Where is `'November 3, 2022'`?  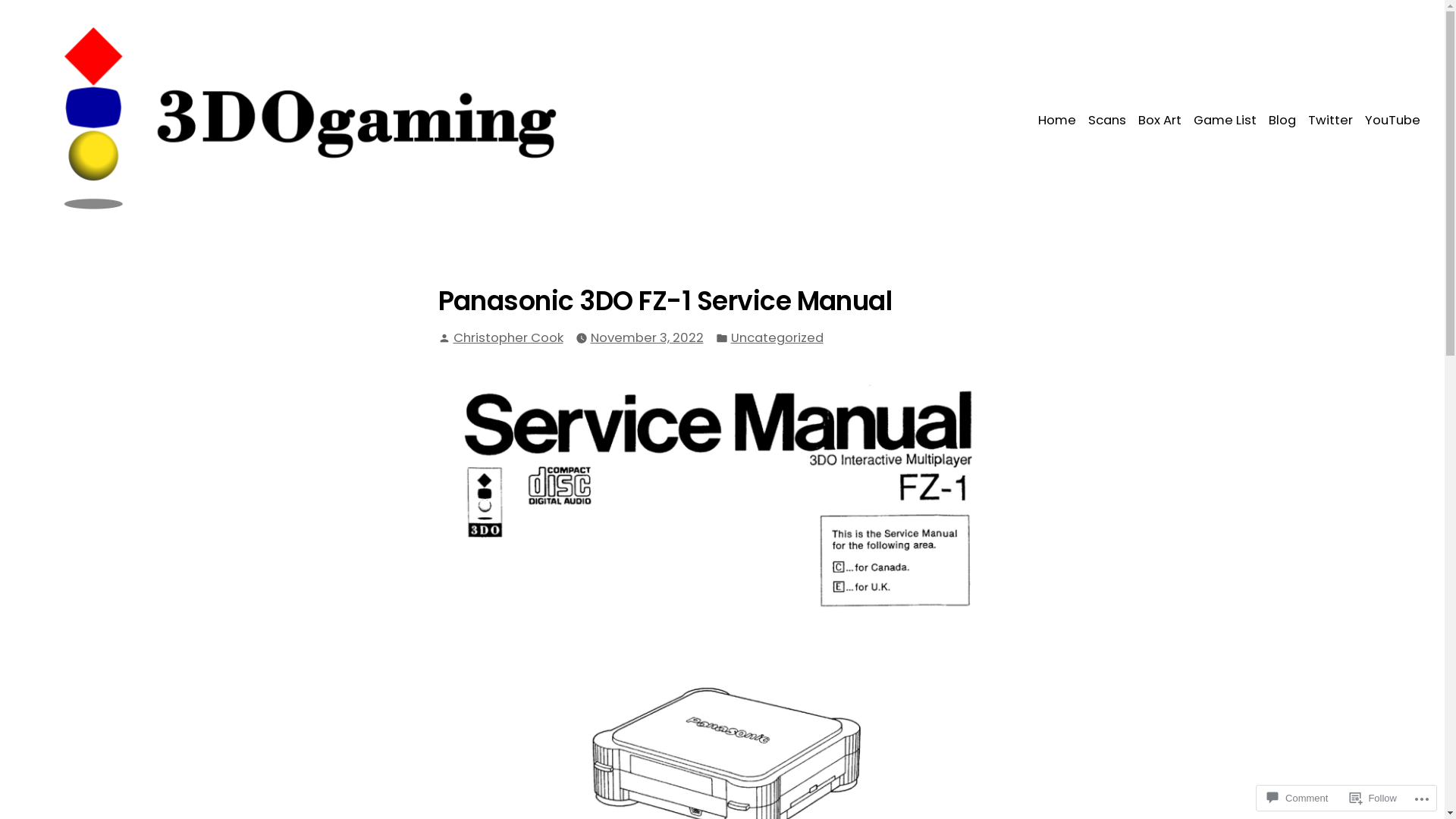
'November 3, 2022' is located at coordinates (646, 337).